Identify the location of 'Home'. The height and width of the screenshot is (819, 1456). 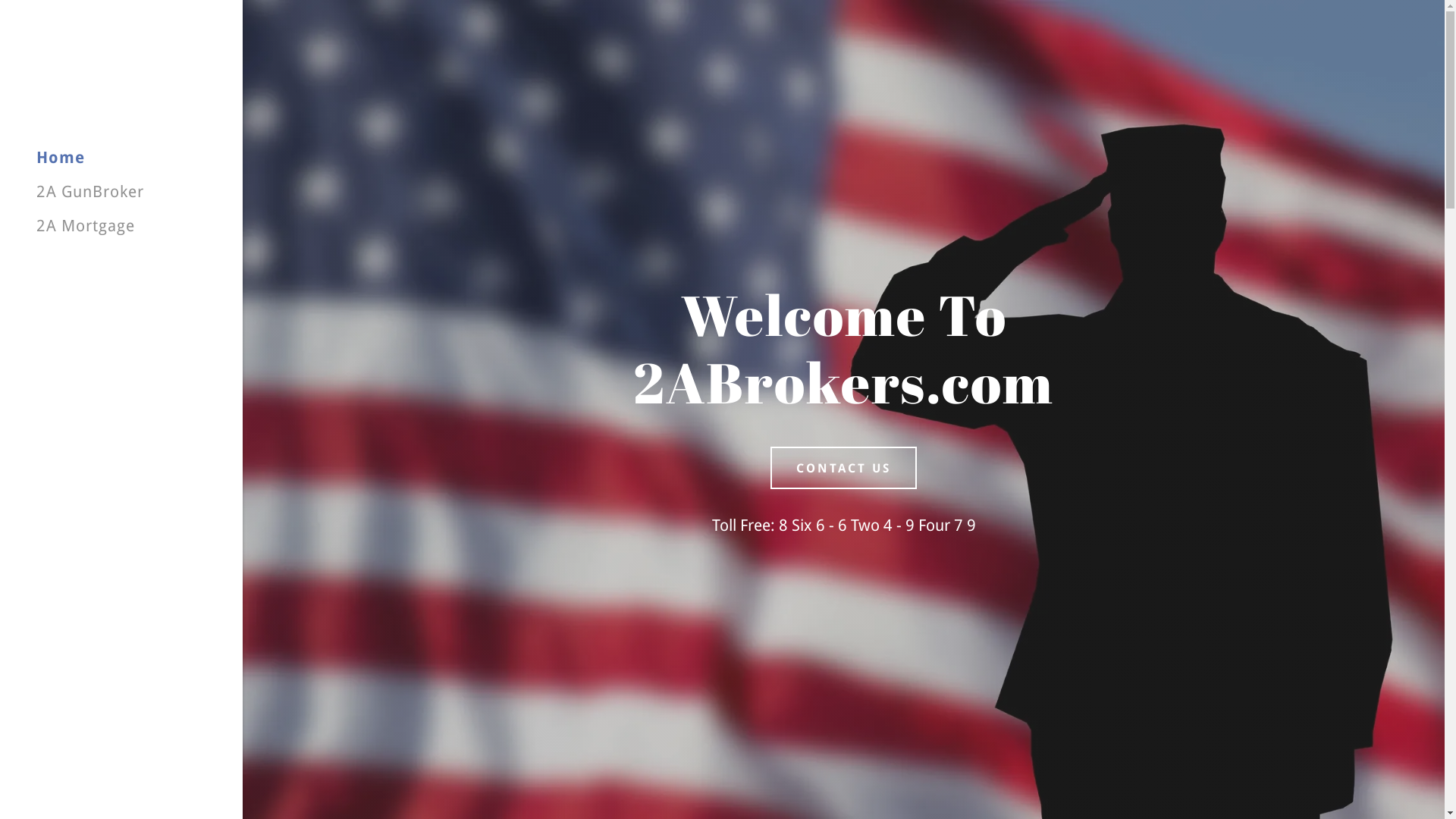
(61, 157).